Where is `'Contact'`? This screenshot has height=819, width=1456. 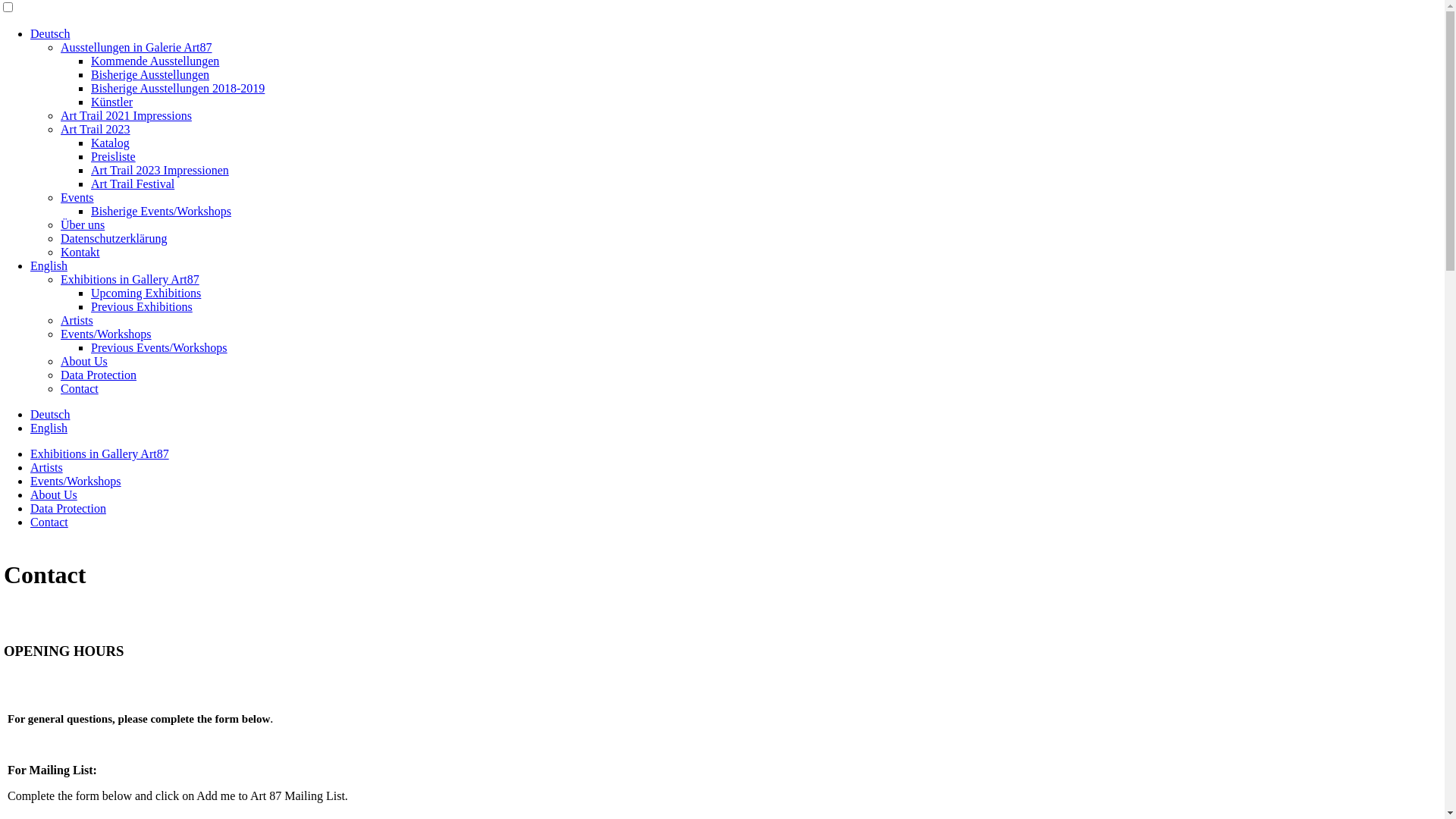 'Contact' is located at coordinates (79, 388).